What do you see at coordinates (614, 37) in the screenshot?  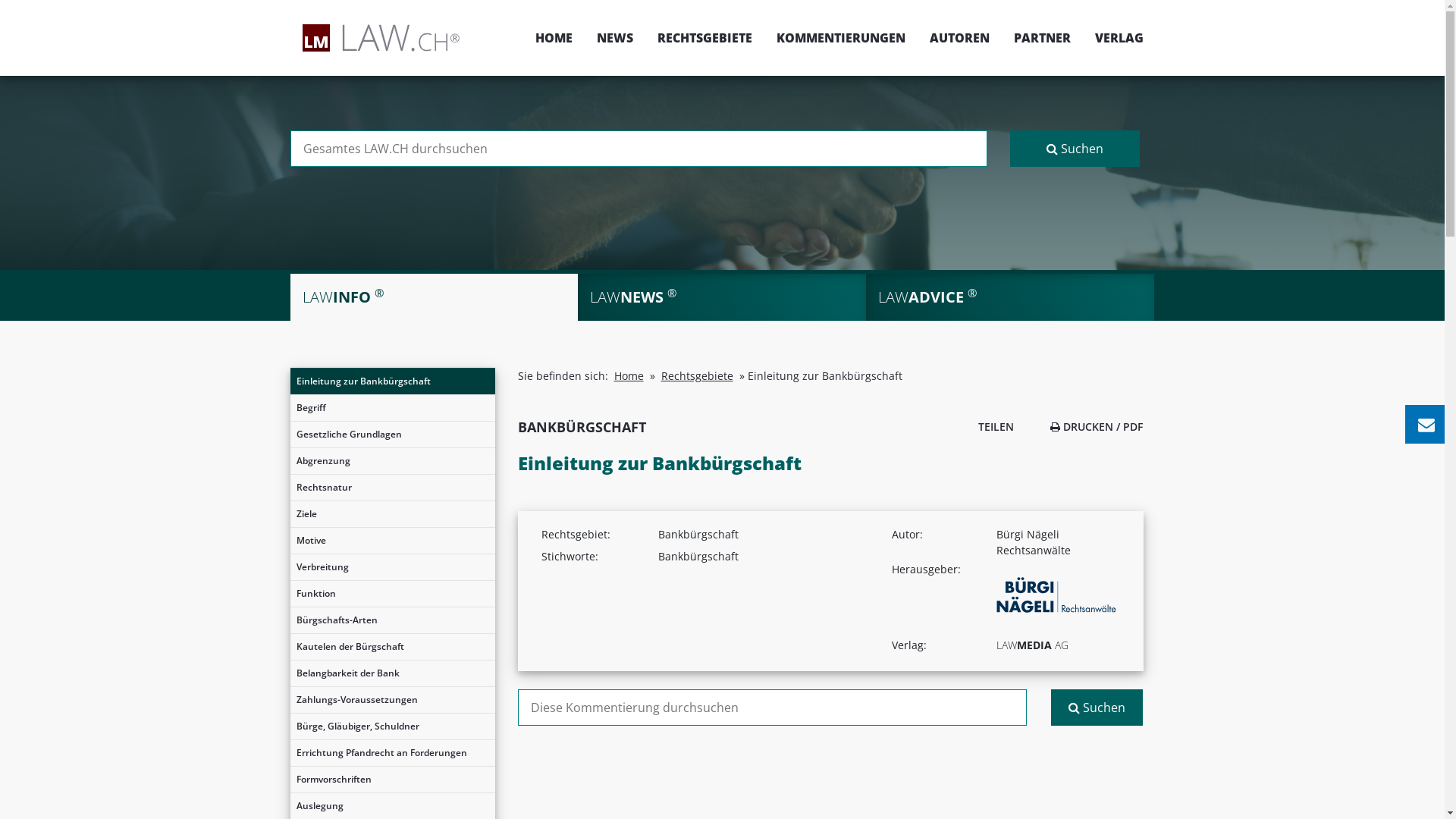 I see `'NEWS'` at bounding box center [614, 37].